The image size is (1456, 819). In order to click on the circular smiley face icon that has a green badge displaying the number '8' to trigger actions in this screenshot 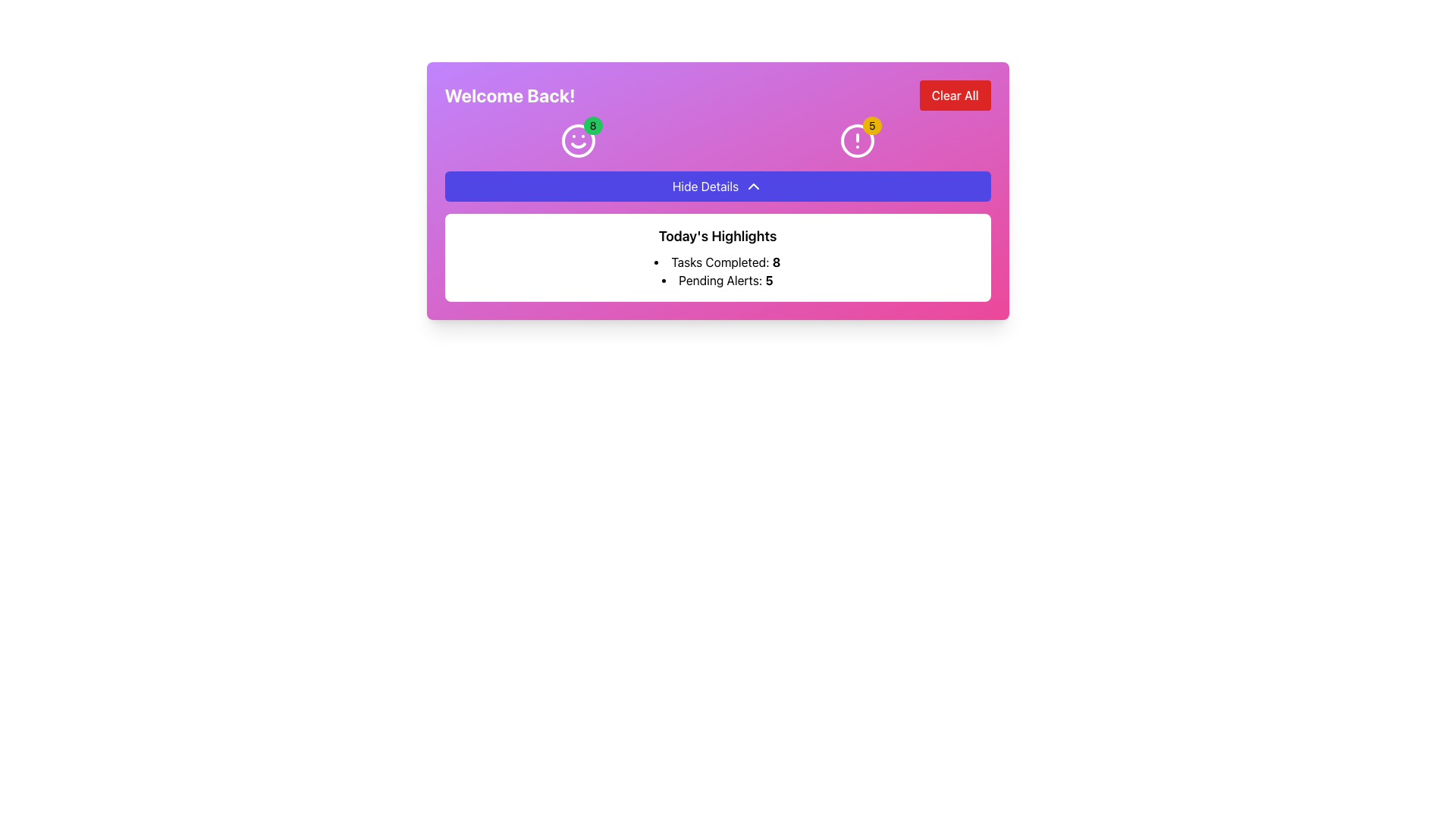, I will do `click(577, 140)`.